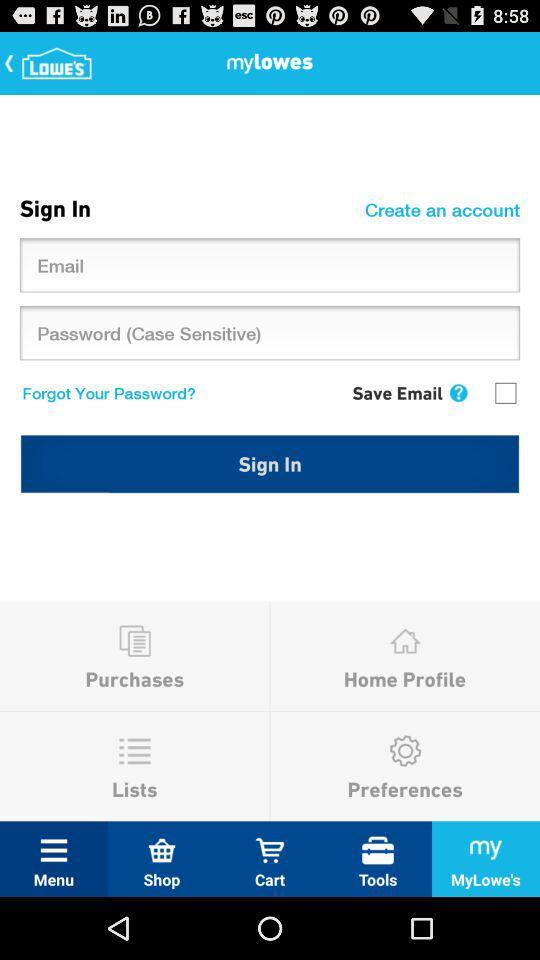 This screenshot has height=960, width=540. I want to click on mylowes logo, so click(50, 62).